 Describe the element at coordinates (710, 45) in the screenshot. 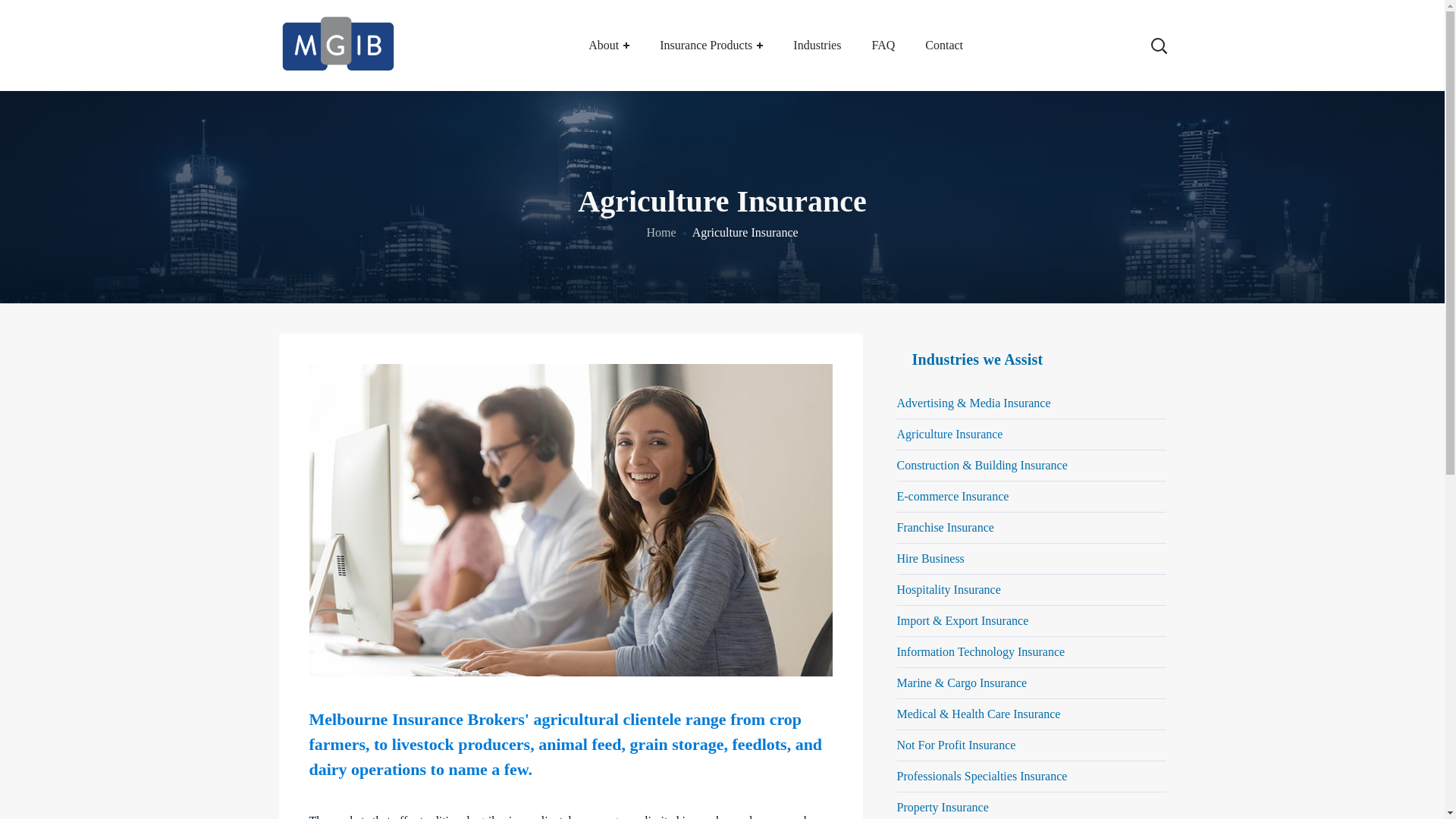

I see `'Insurance Products'` at that location.